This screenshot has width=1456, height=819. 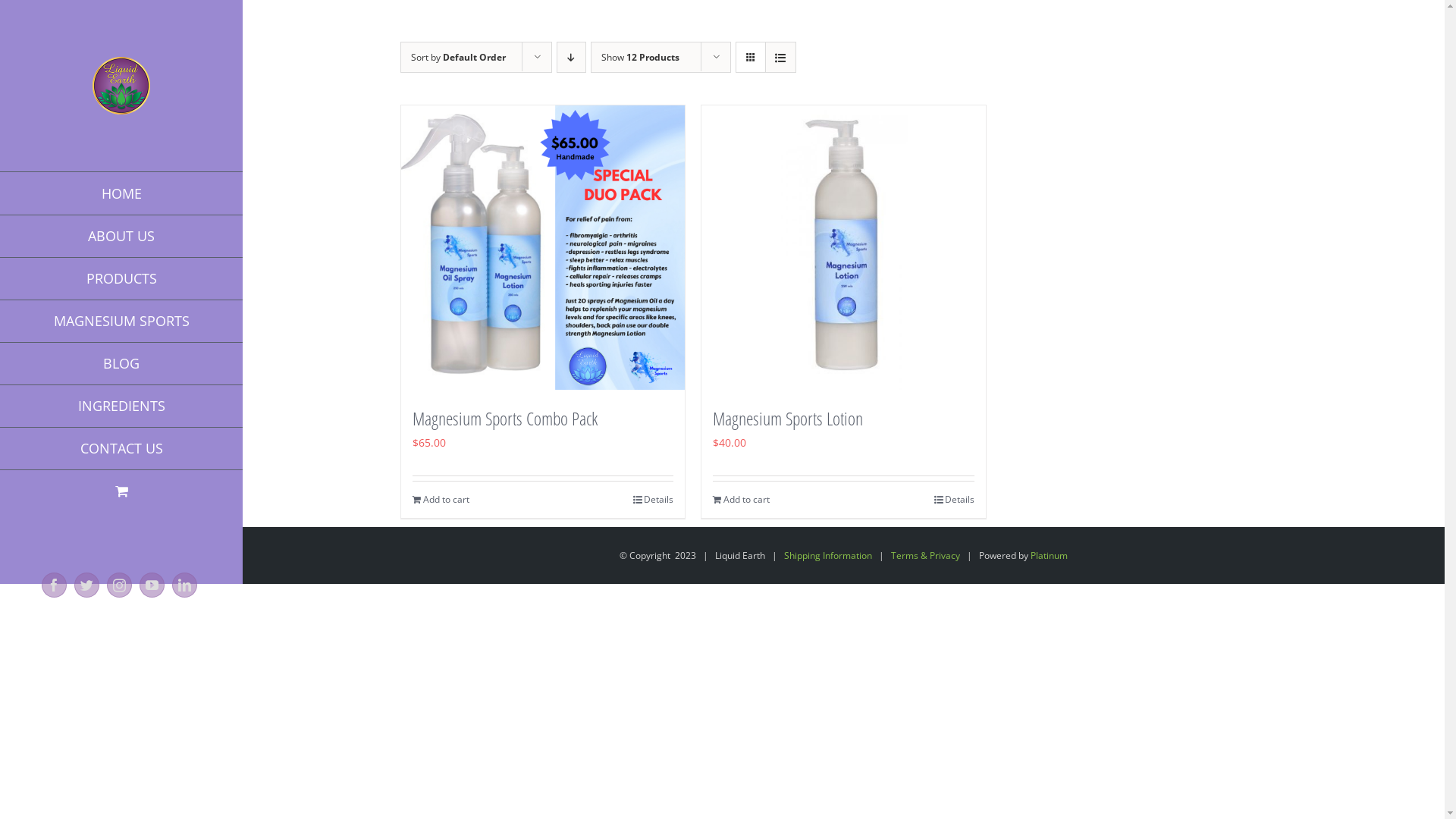 What do you see at coordinates (120, 405) in the screenshot?
I see `'INGREDIENTS'` at bounding box center [120, 405].